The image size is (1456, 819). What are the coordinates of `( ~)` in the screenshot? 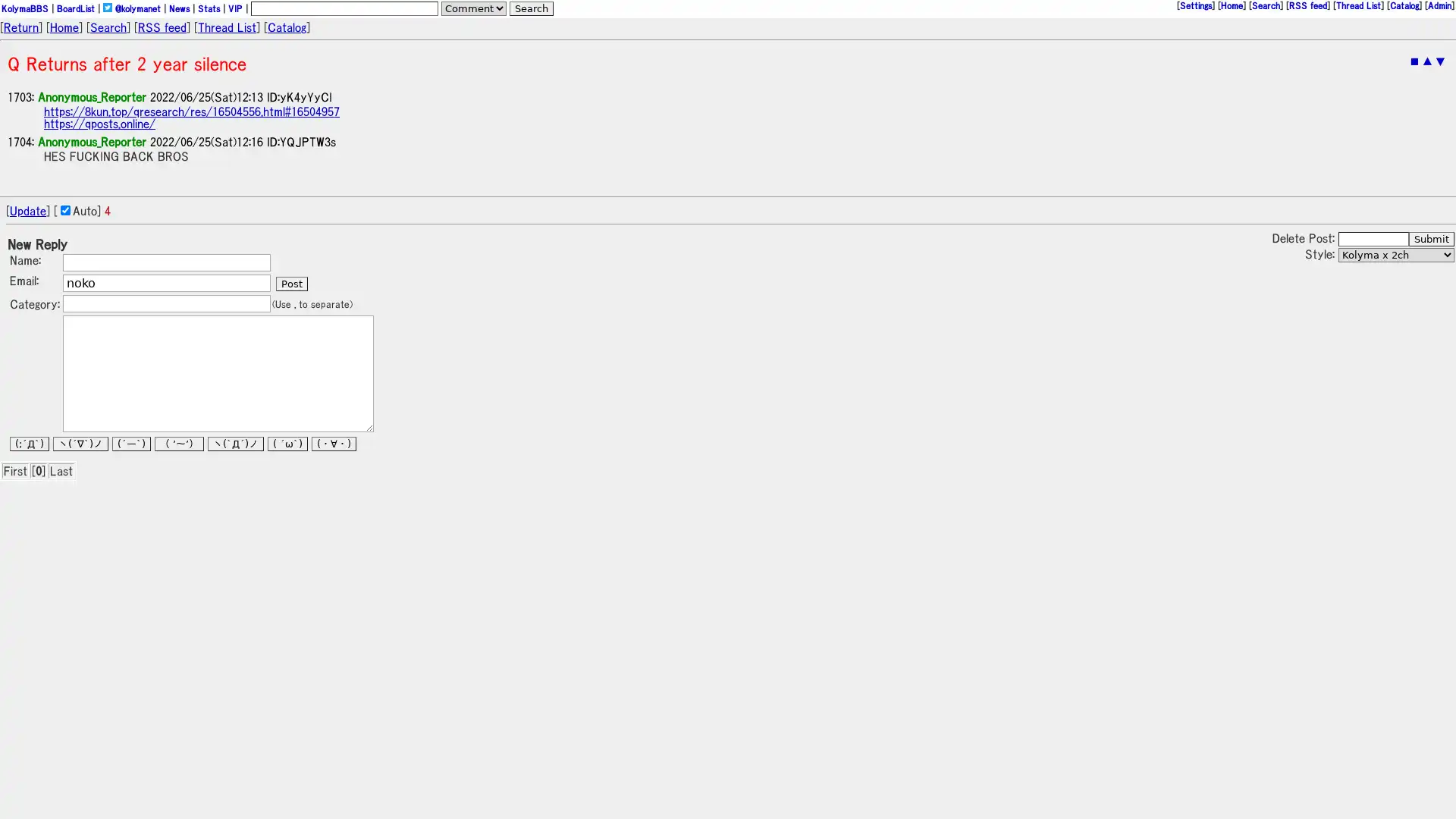 It's located at (179, 444).